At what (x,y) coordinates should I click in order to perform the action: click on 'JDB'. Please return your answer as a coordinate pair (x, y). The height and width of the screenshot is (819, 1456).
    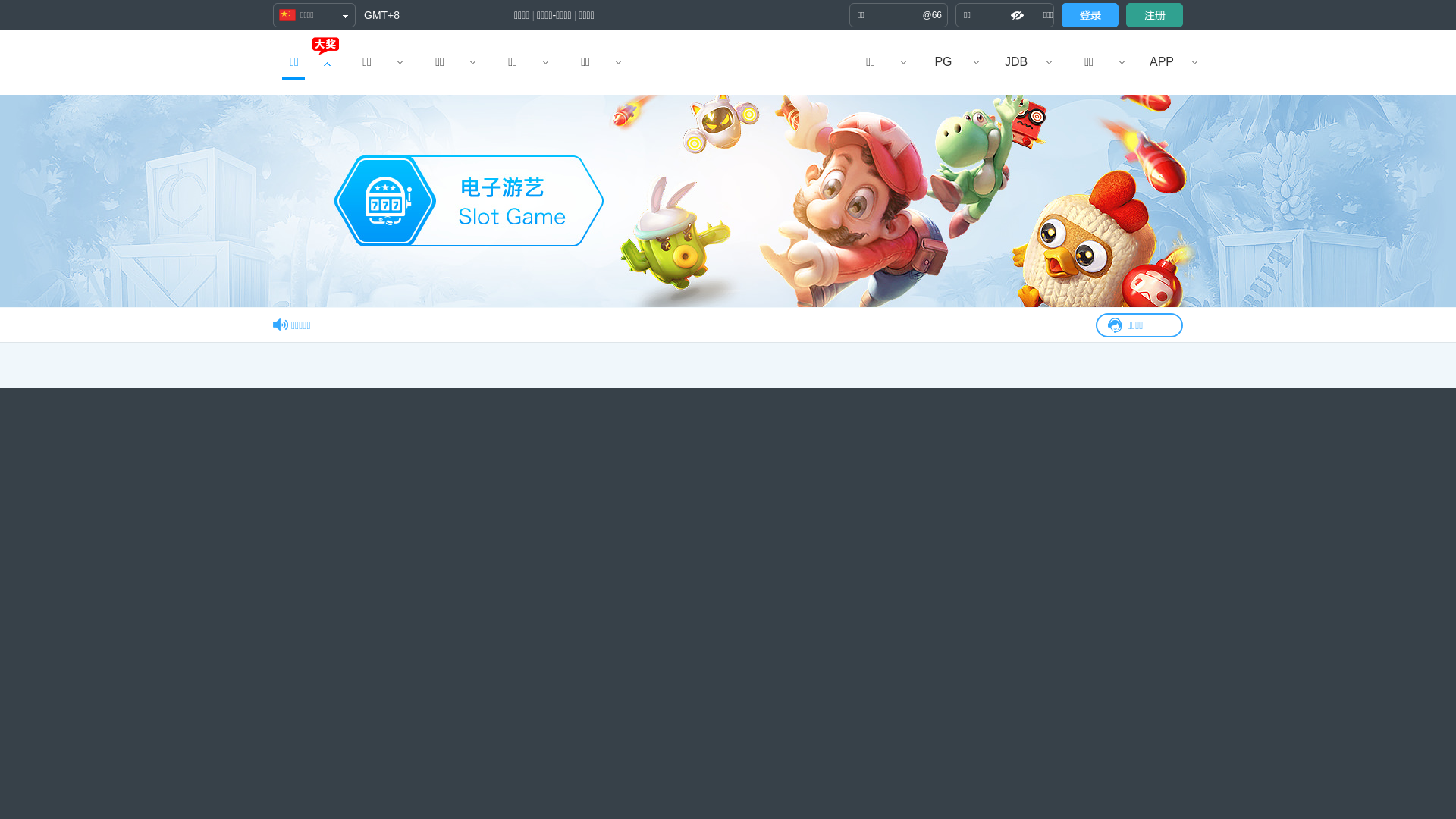
    Looking at the image, I should click on (979, 61).